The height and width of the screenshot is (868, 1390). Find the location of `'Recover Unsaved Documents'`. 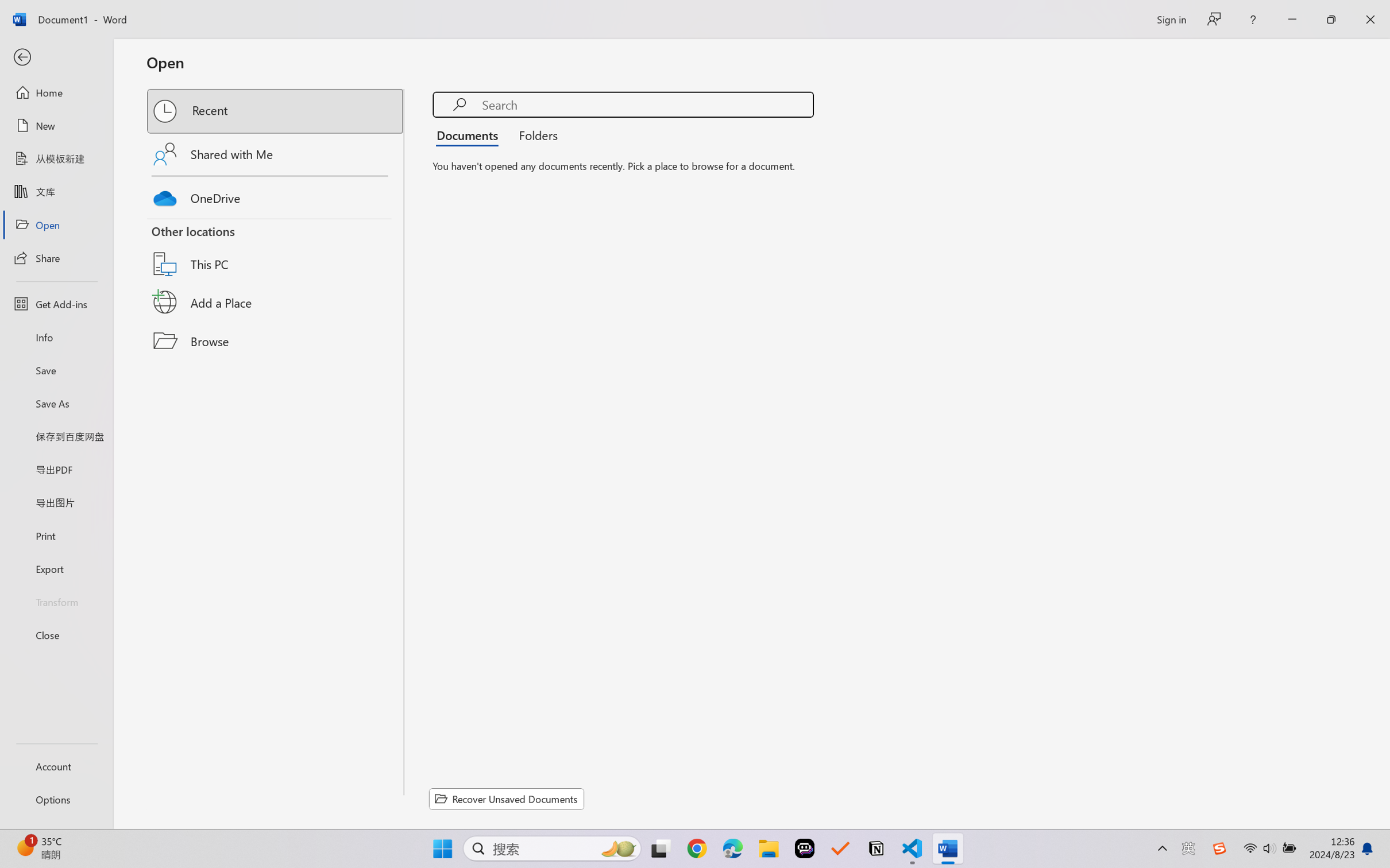

'Recover Unsaved Documents' is located at coordinates (507, 799).